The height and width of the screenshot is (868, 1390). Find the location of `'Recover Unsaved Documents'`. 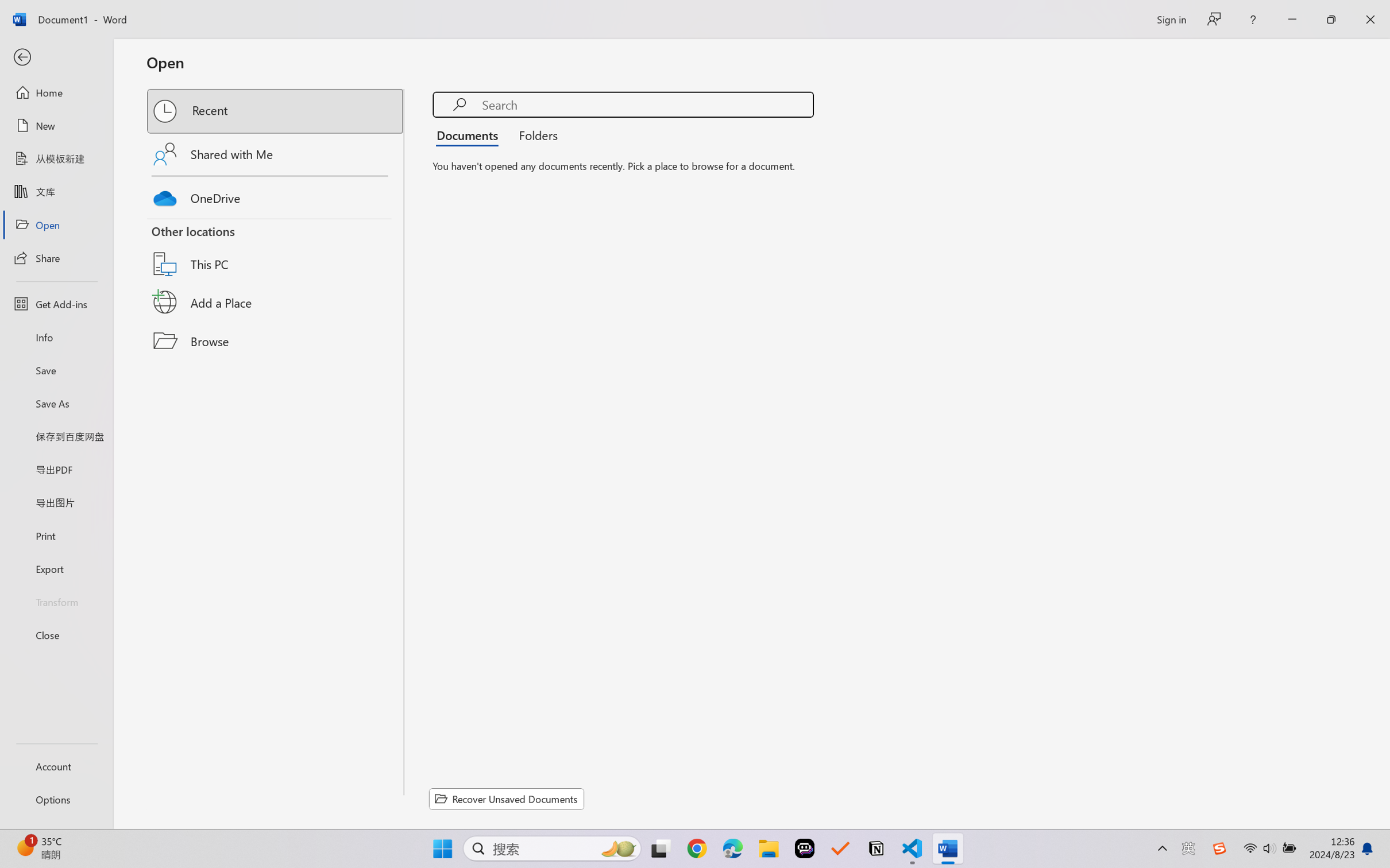

'Recover Unsaved Documents' is located at coordinates (507, 799).